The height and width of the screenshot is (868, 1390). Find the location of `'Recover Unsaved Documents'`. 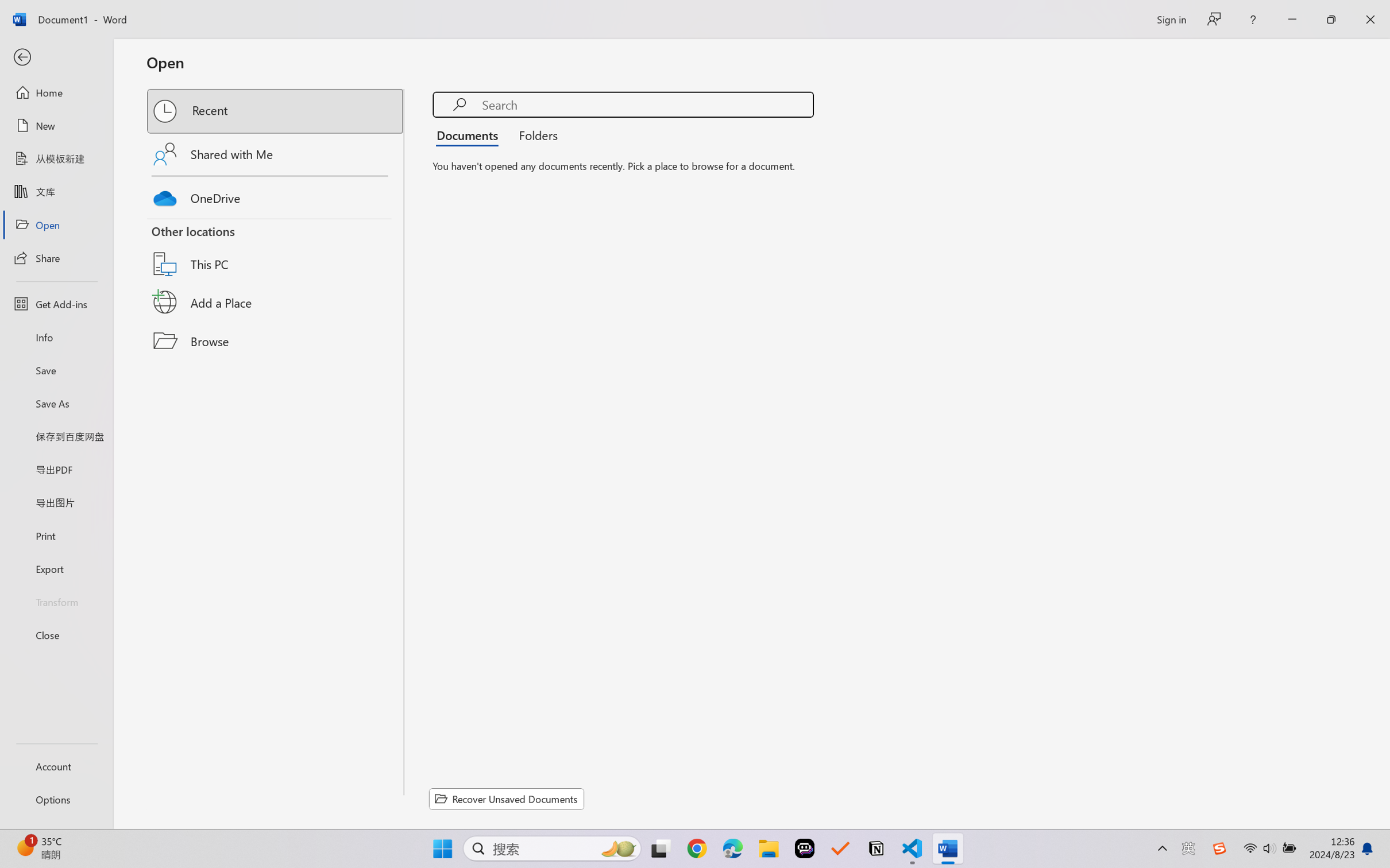

'Recover Unsaved Documents' is located at coordinates (507, 799).